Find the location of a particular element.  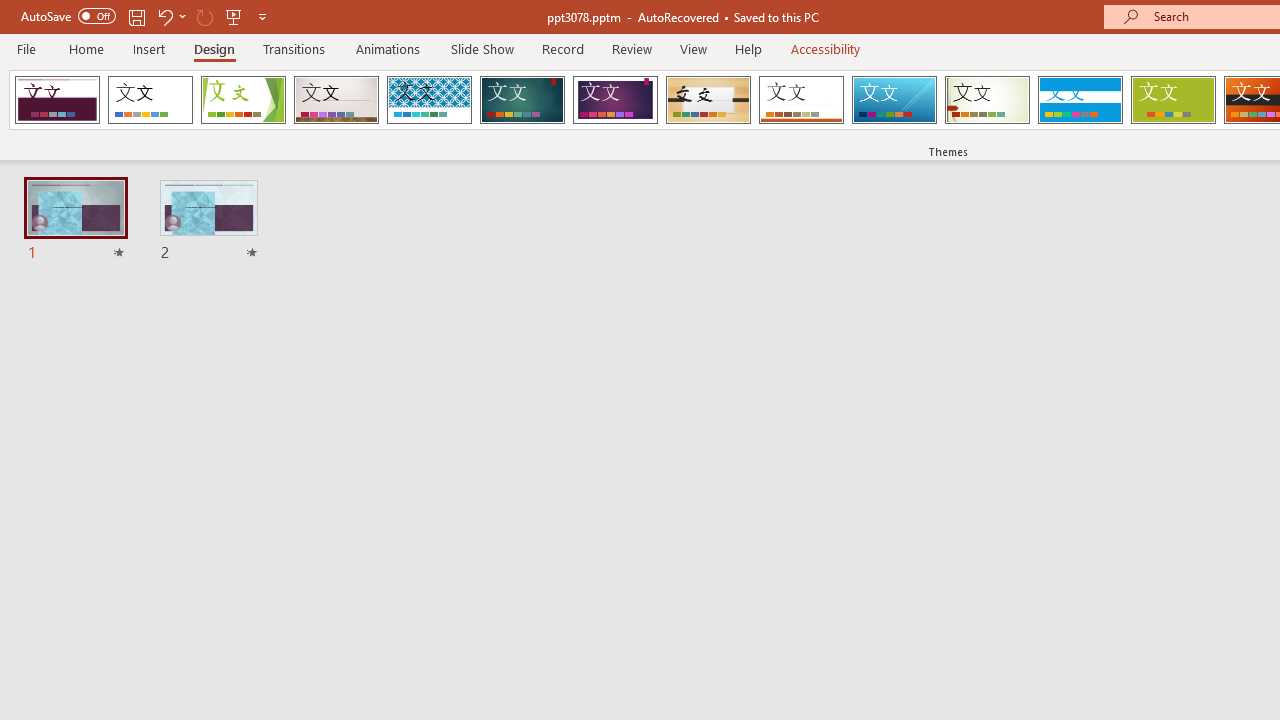

'Organic' is located at coordinates (708, 100).